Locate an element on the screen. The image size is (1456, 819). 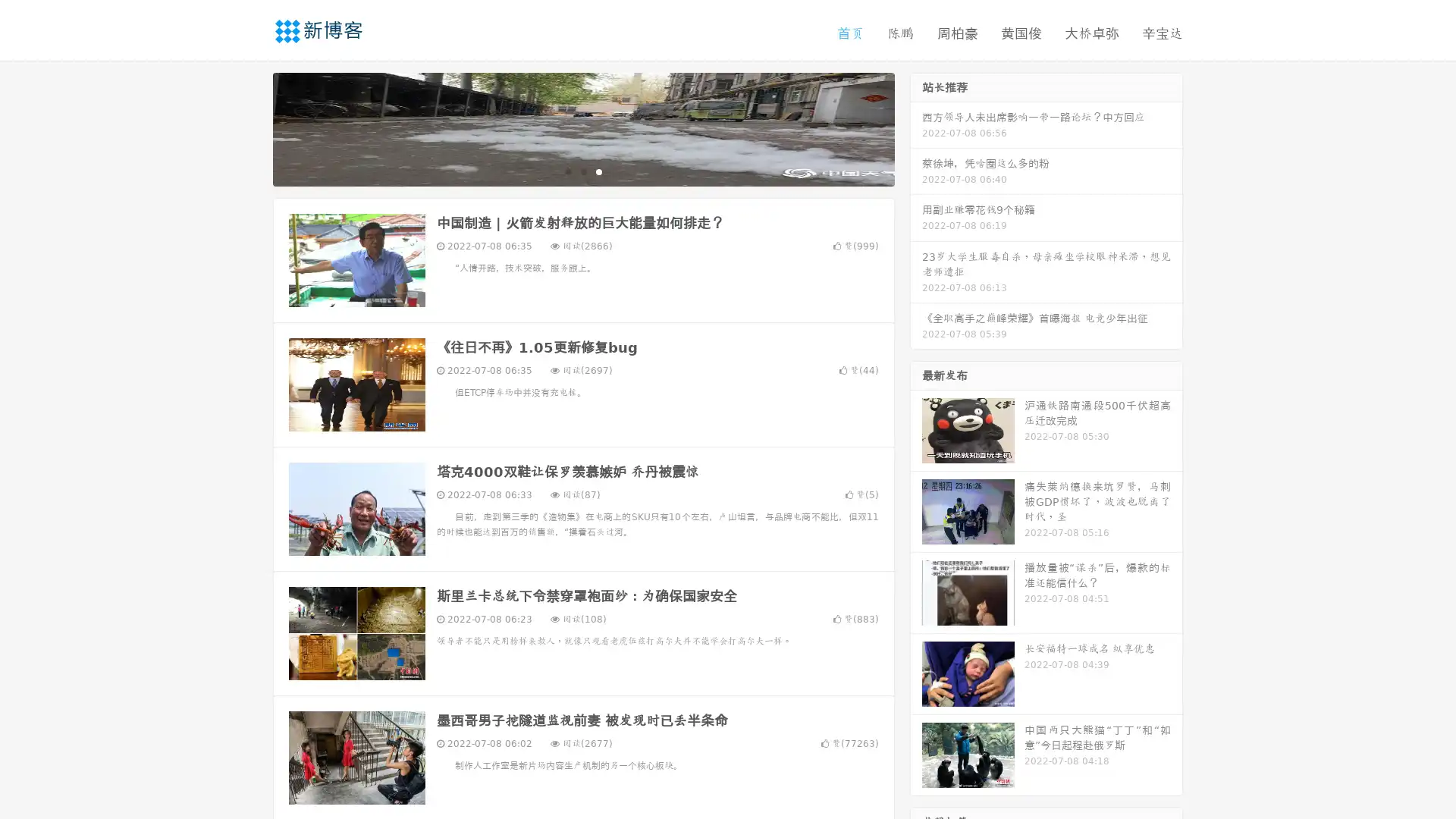
Previous slide is located at coordinates (250, 127).